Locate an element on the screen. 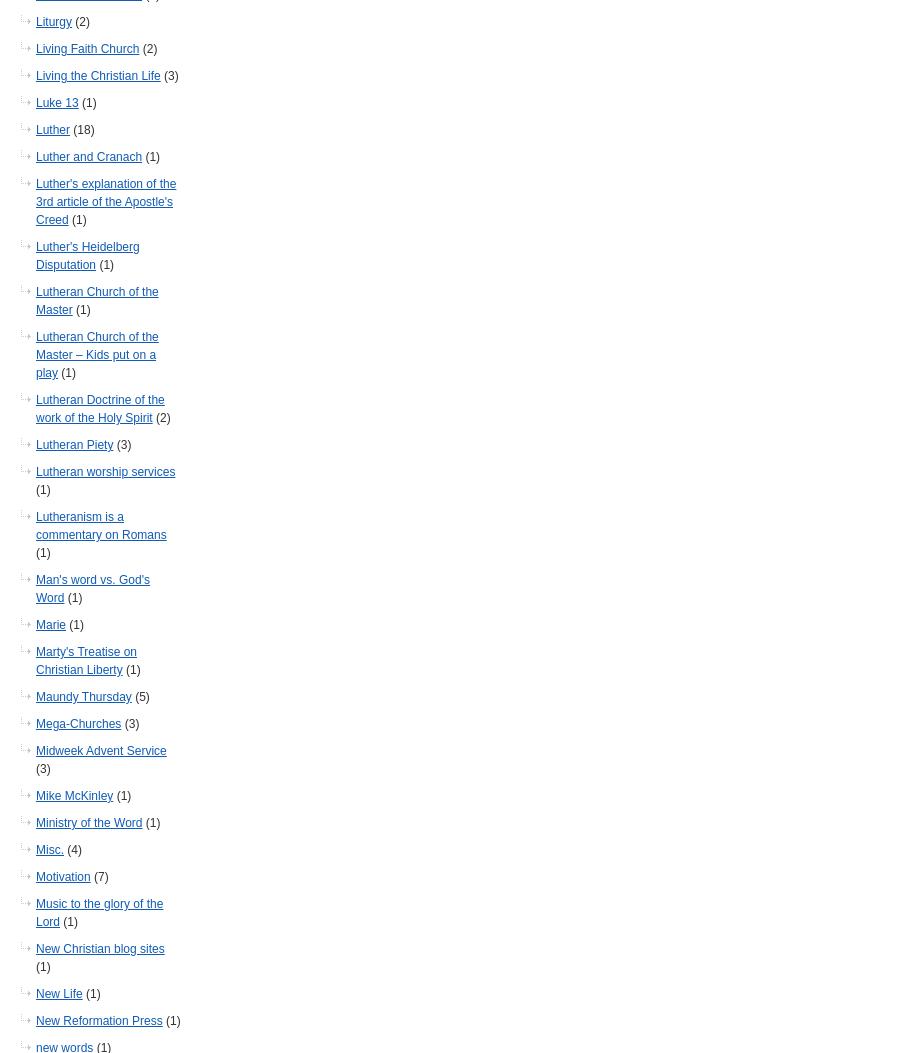  'Music to the glory of the Lord' is located at coordinates (99, 911).